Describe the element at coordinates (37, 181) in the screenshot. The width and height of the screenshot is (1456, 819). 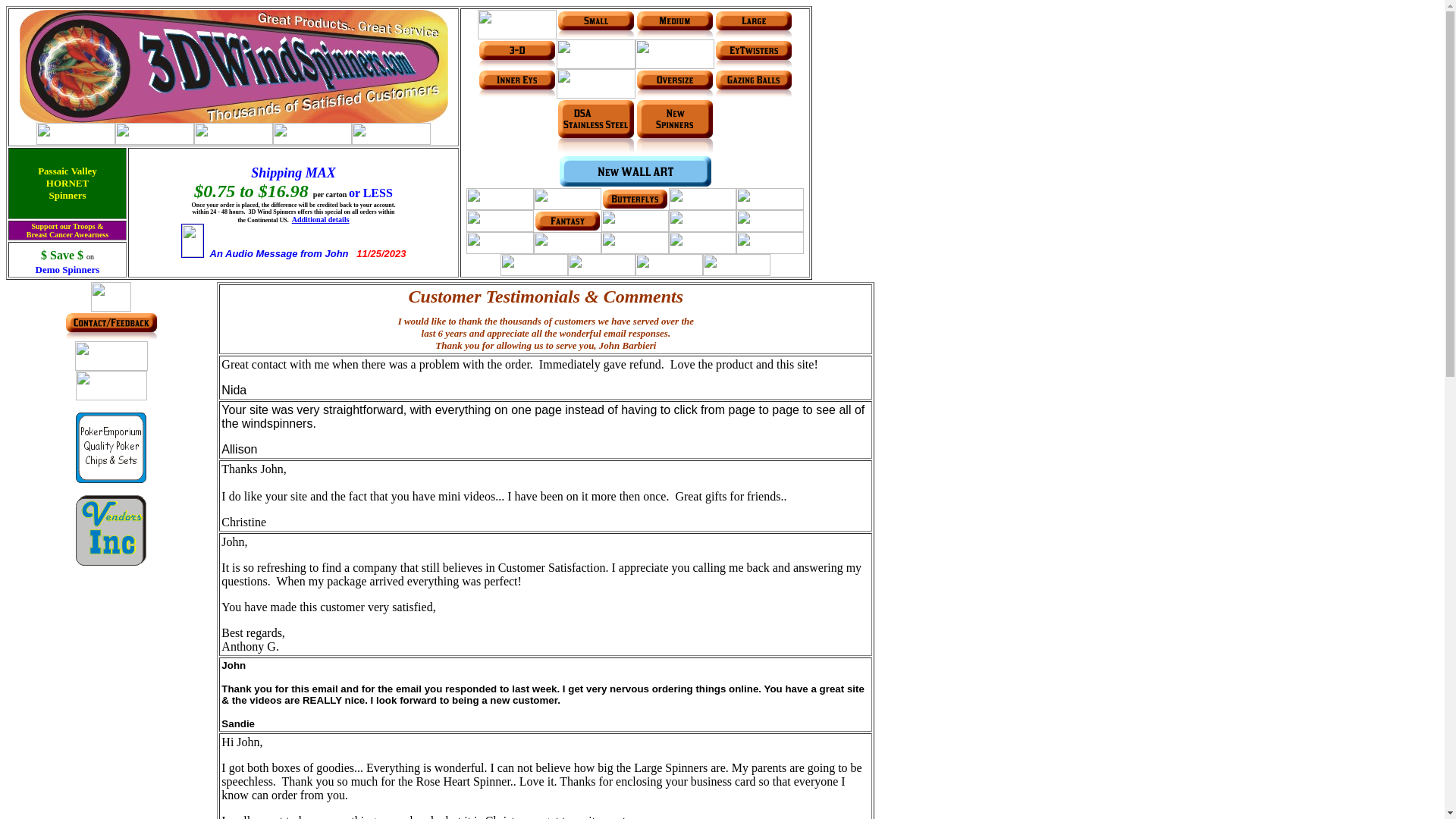
I see `'Passaic Valley` at that location.